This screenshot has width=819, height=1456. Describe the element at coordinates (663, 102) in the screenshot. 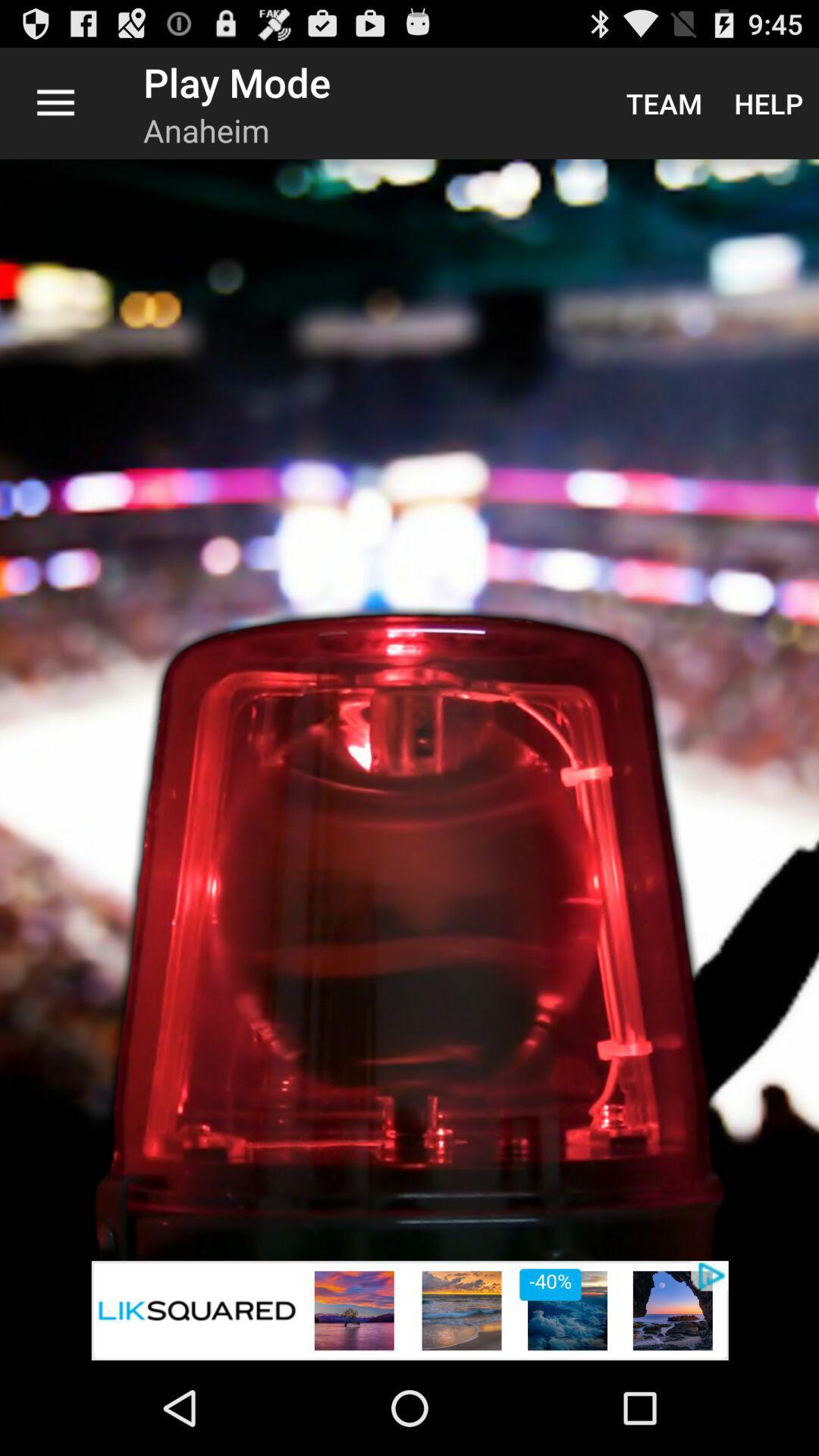

I see `the icon to the left of the help icon` at that location.